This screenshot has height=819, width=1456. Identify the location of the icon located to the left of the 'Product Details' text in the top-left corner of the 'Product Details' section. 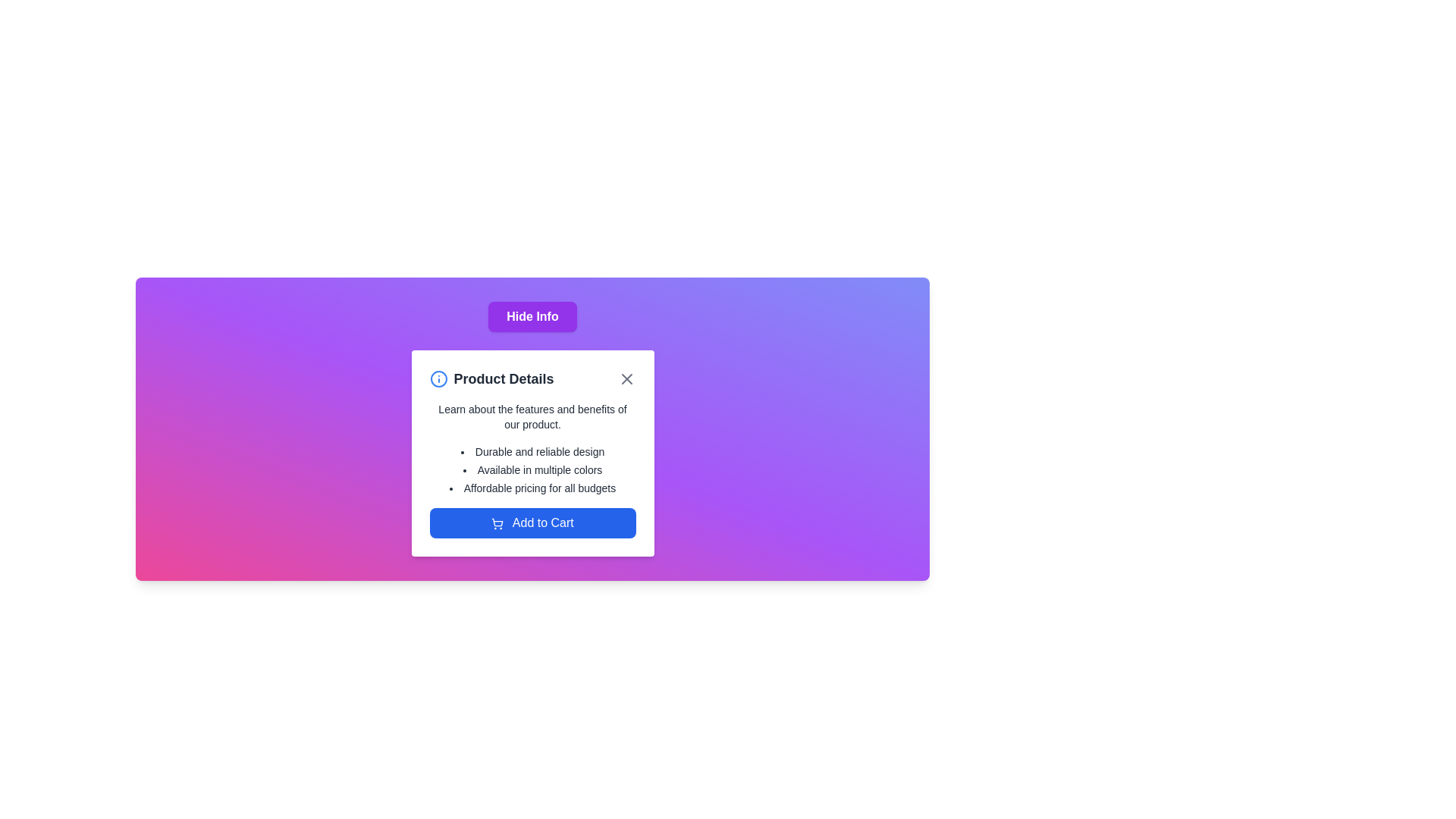
(438, 378).